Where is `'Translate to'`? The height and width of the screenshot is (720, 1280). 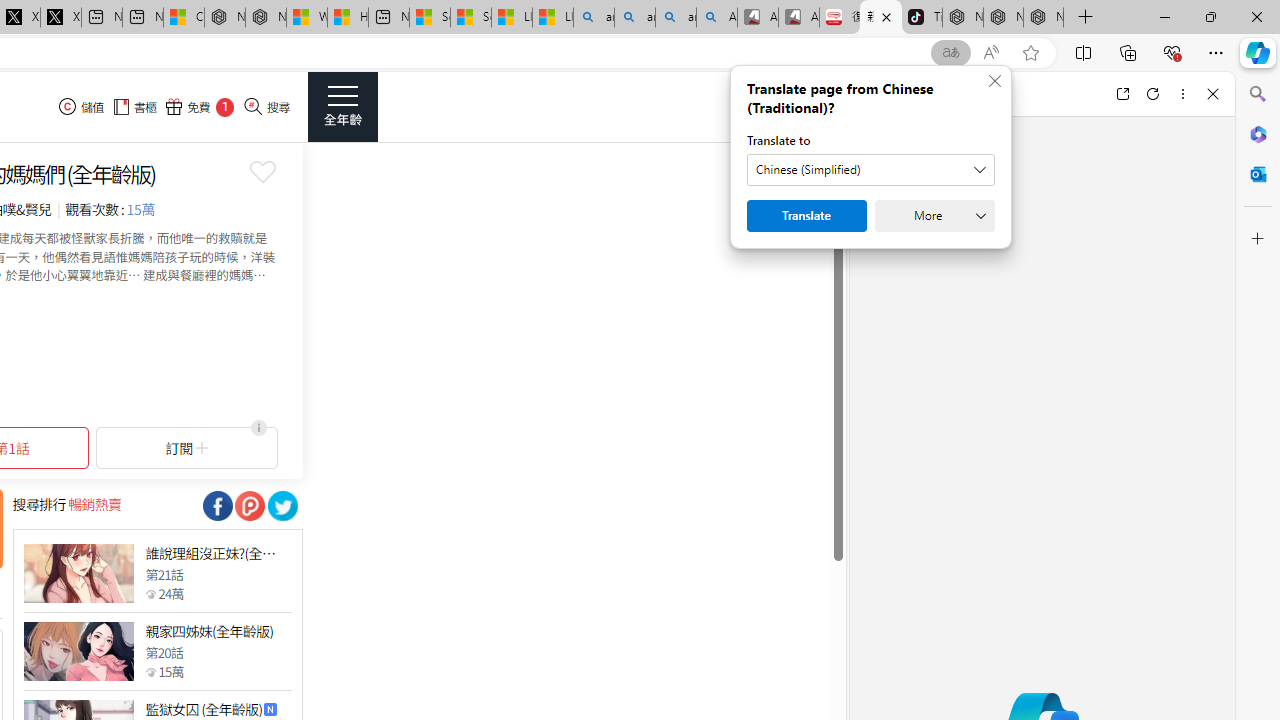
'Translate to' is located at coordinates (871, 168).